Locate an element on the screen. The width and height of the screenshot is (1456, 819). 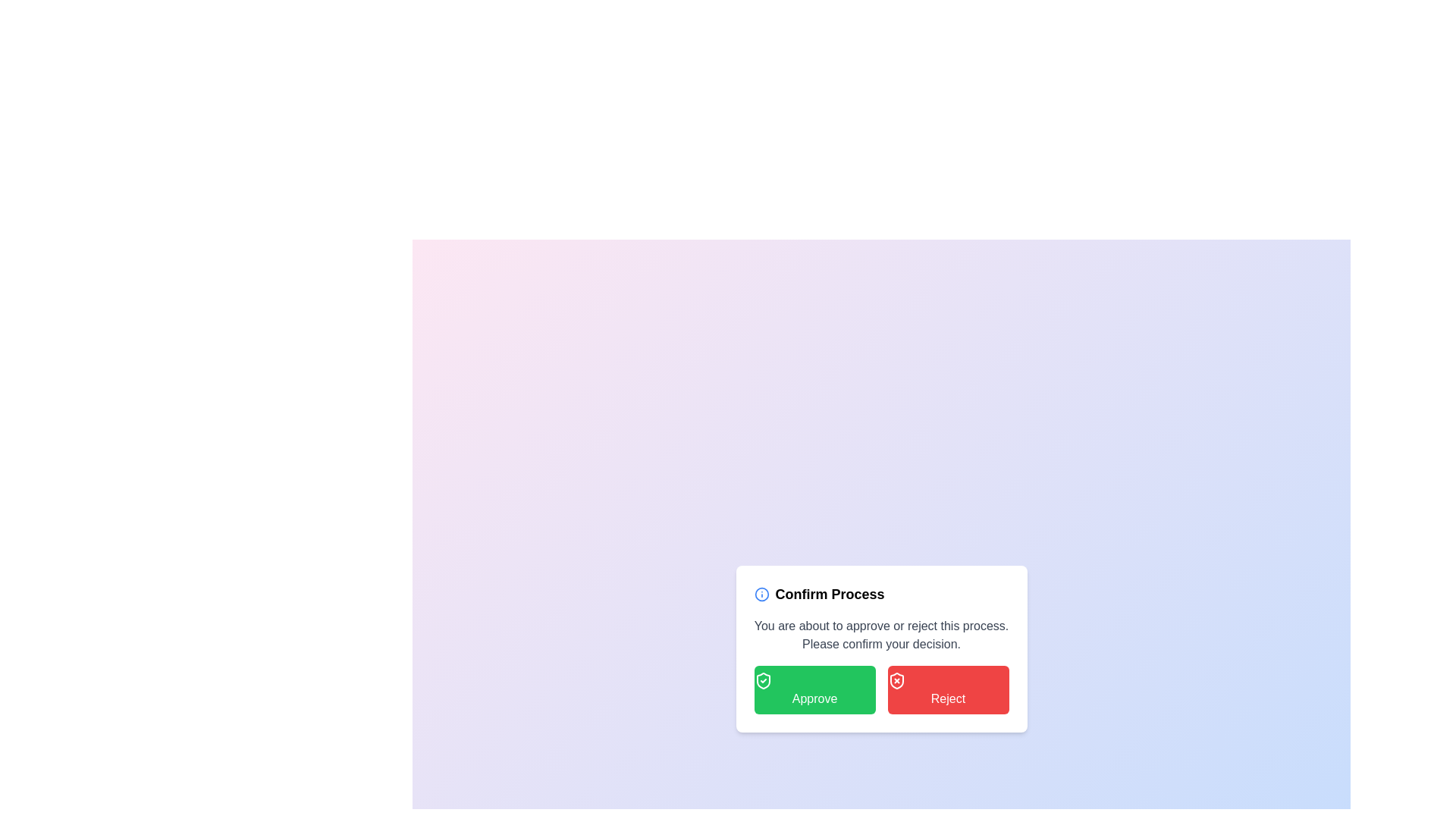
informational label that consists of the text 'You are about to approve or reject this process.' and 'Please confirm your decision.' positioned in the center of a white dialog box below the title 'Confirm Process' is located at coordinates (881, 635).